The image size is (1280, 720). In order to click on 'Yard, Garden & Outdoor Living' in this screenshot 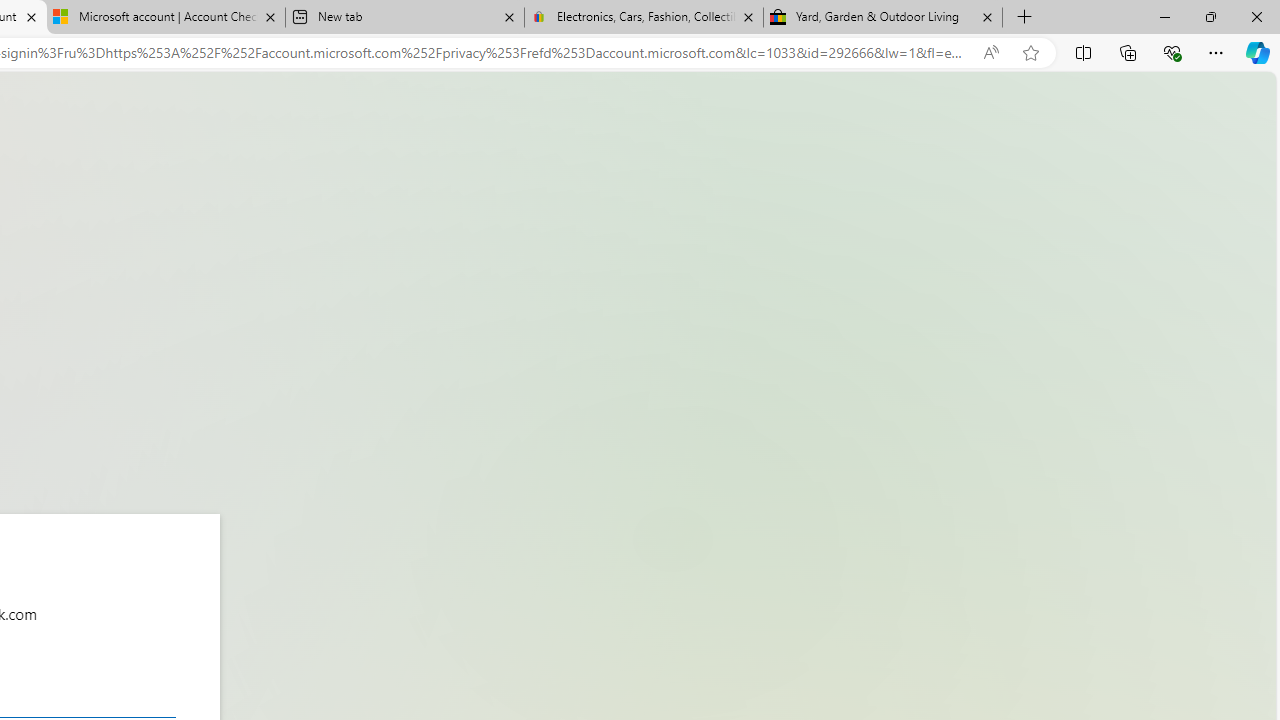, I will do `click(882, 17)`.